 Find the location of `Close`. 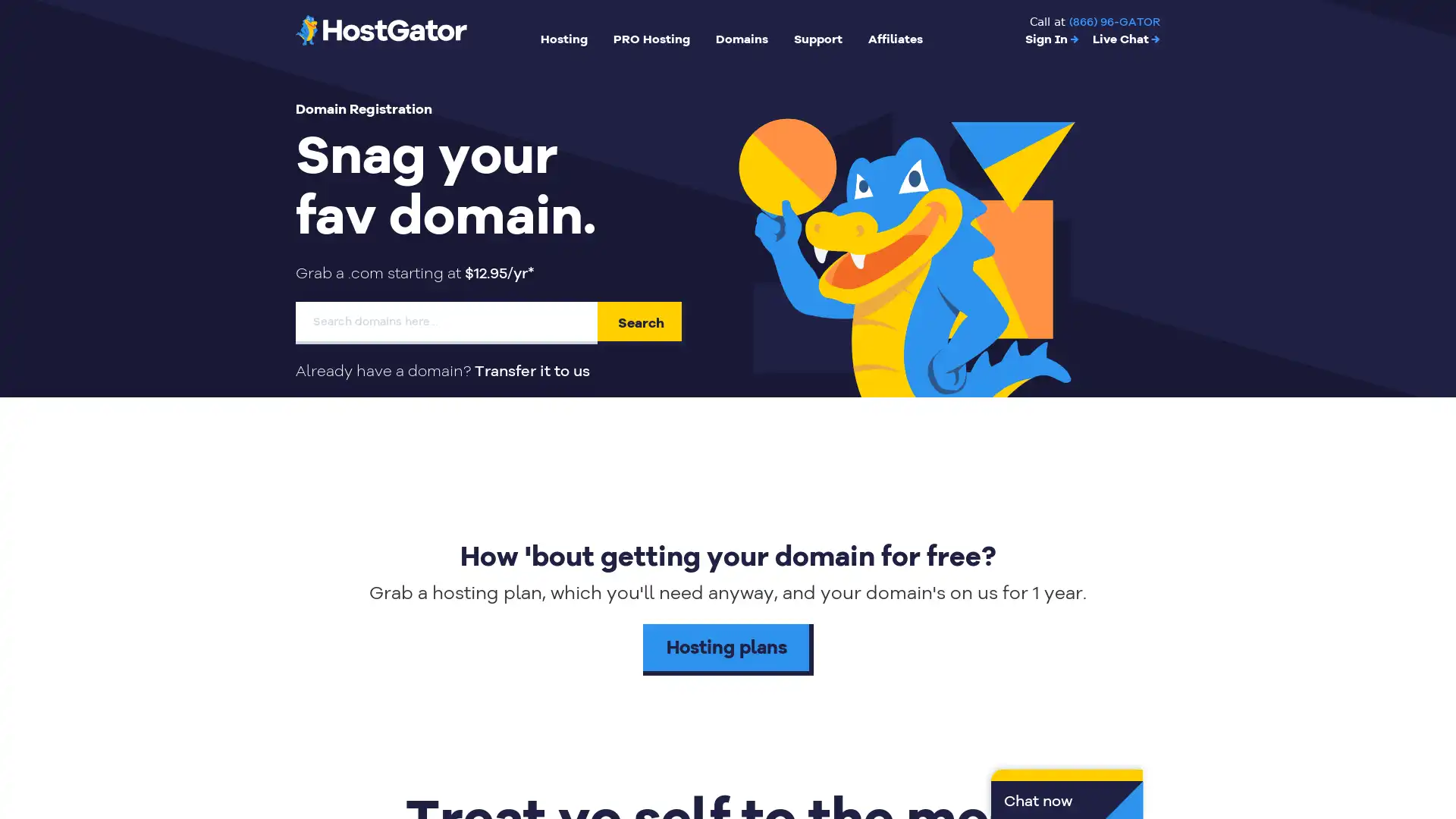

Close is located at coordinates (277, 568).